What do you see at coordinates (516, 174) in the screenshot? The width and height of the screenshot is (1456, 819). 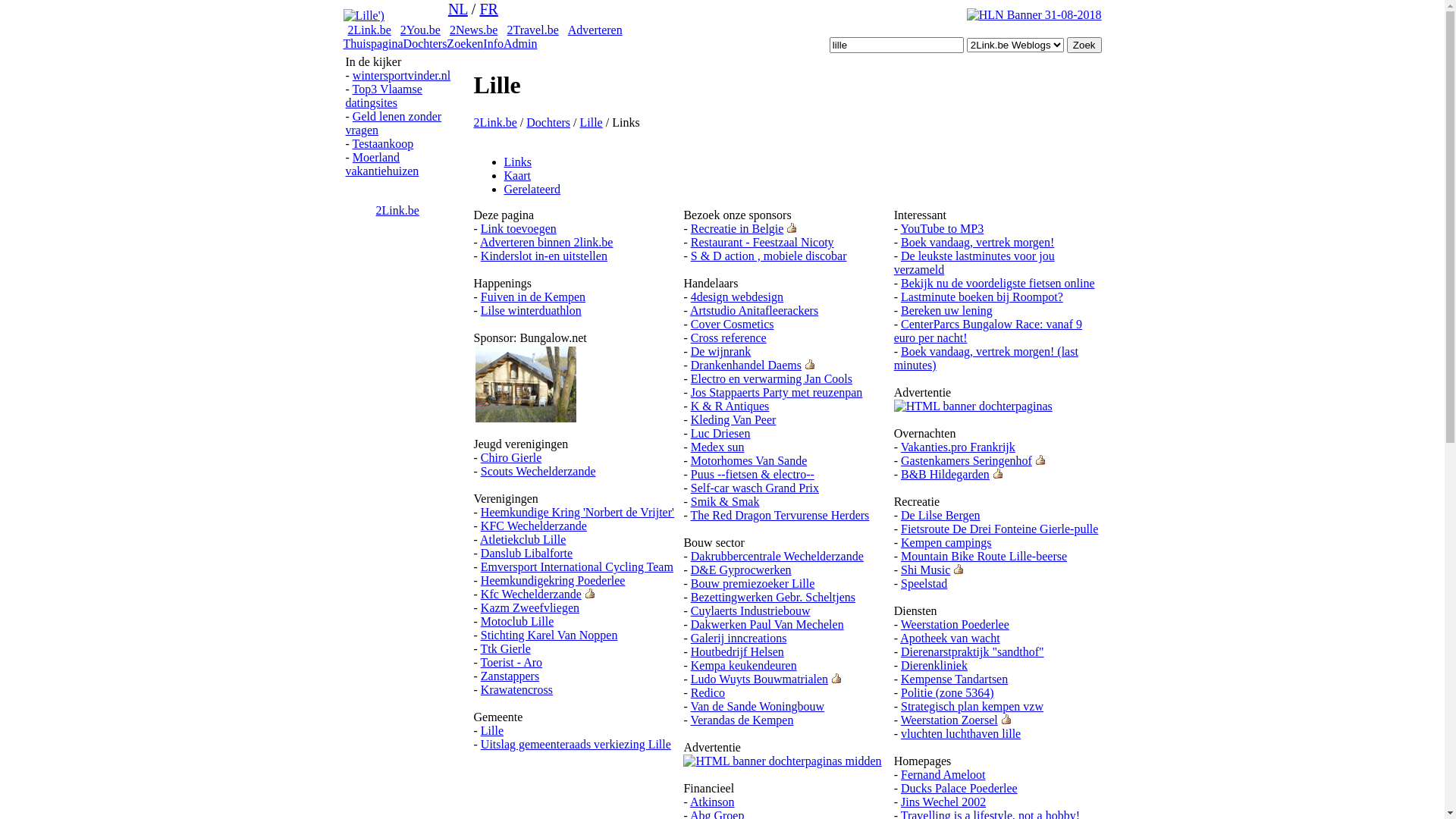 I see `'Kaart'` at bounding box center [516, 174].